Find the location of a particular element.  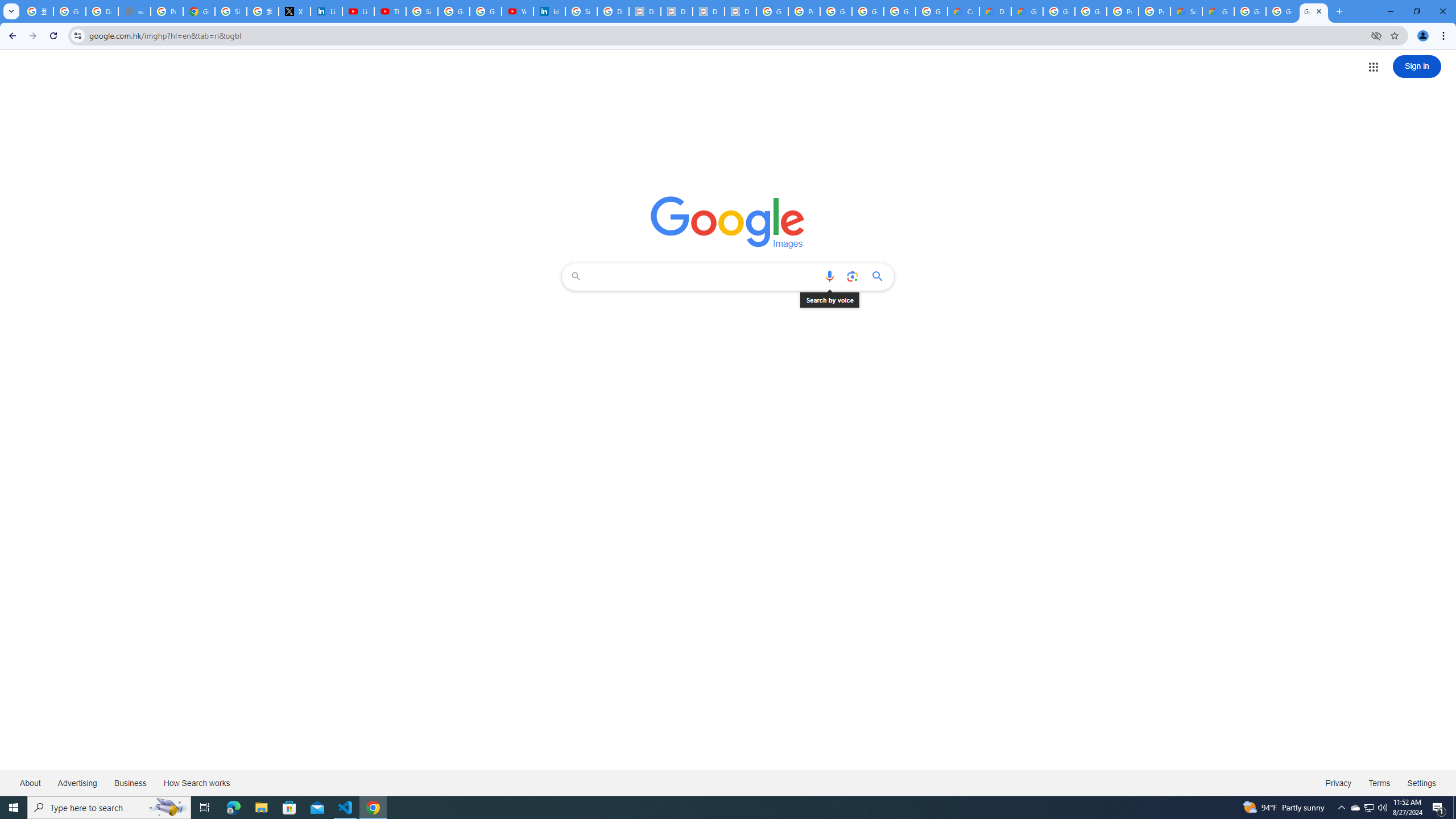

'About' is located at coordinates (30, 782).